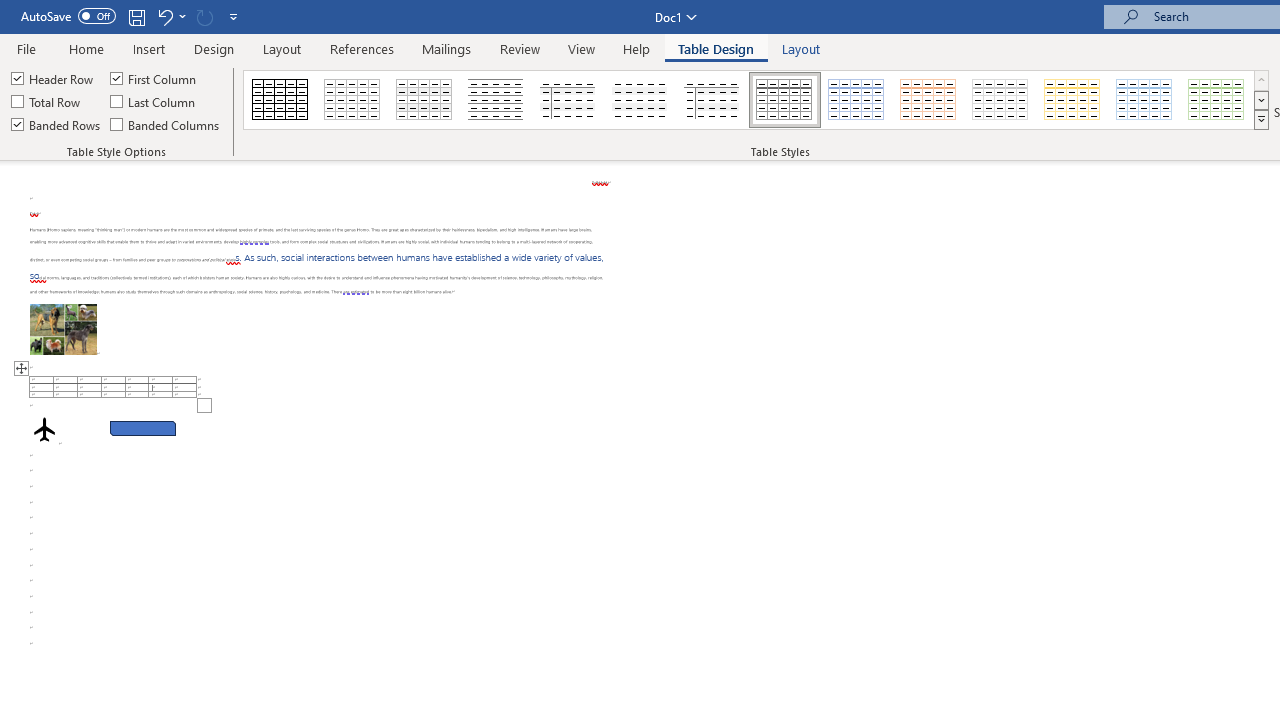  Describe the element at coordinates (1000, 100) in the screenshot. I see `'Grid Table 1 Light - Accent 3'` at that location.